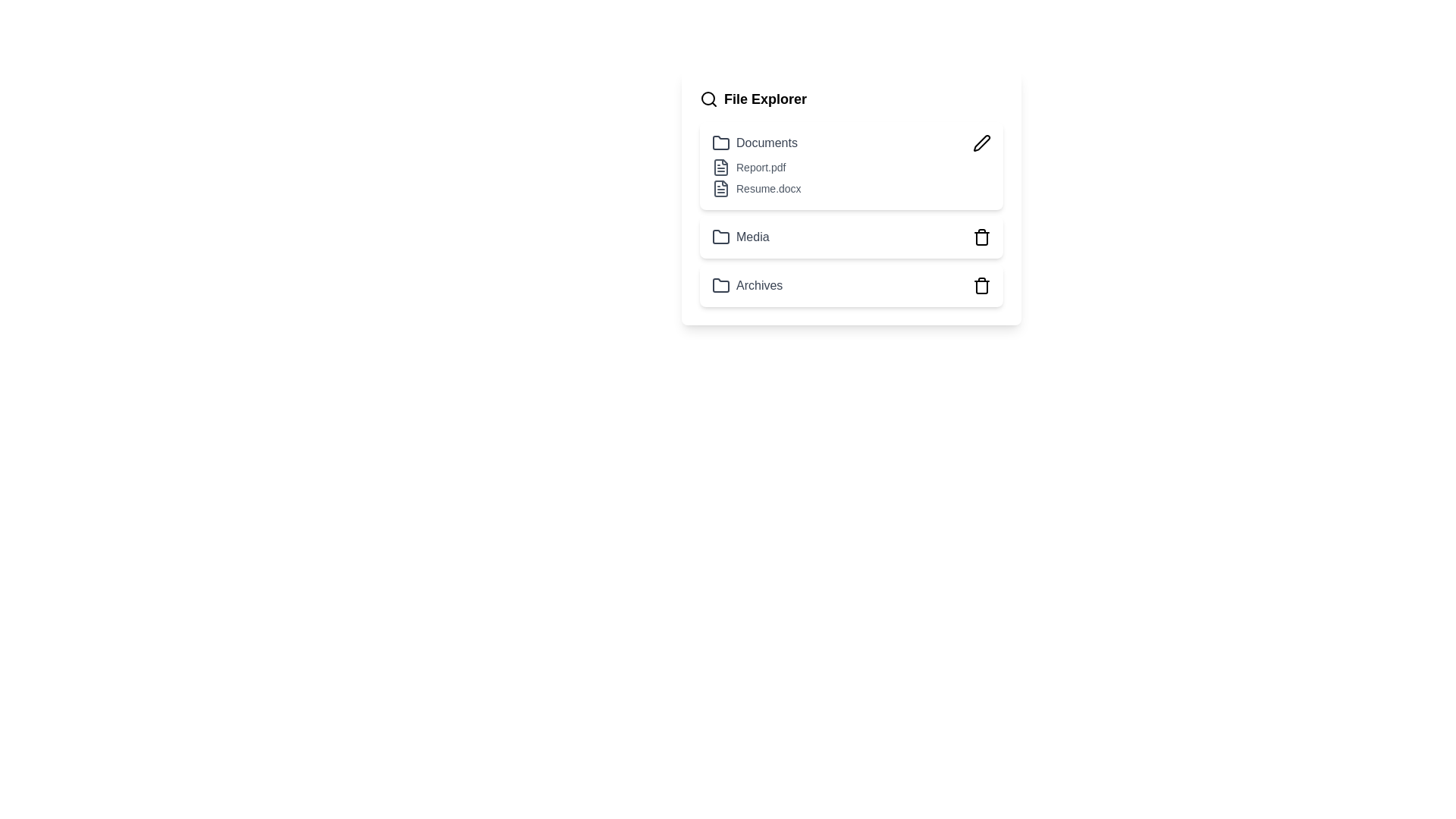 The width and height of the screenshot is (1456, 819). Describe the element at coordinates (708, 99) in the screenshot. I see `the circular part of the search-like SVG icon located in the top left corner of the 'File Explorer' section` at that location.